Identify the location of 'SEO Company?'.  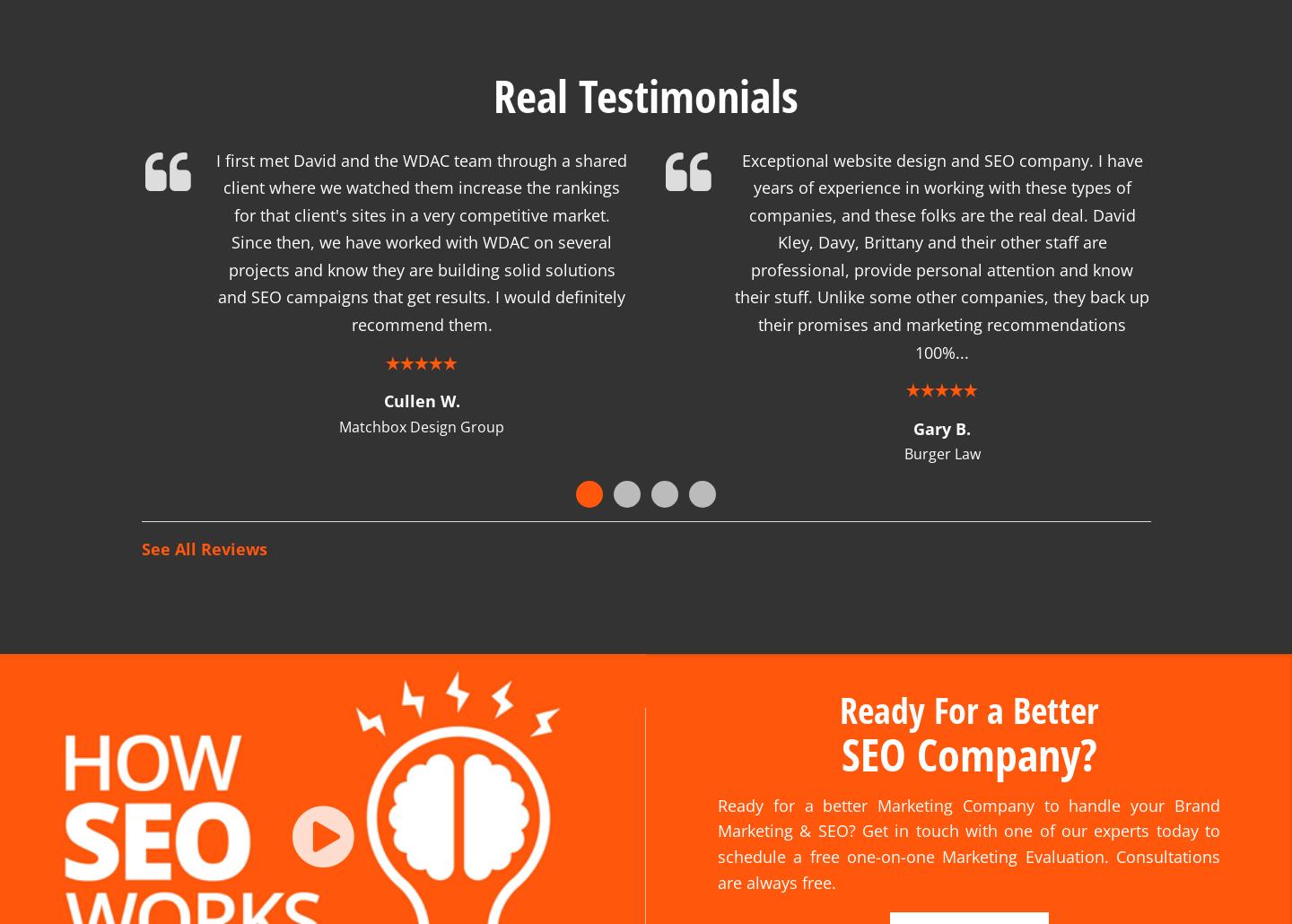
(968, 730).